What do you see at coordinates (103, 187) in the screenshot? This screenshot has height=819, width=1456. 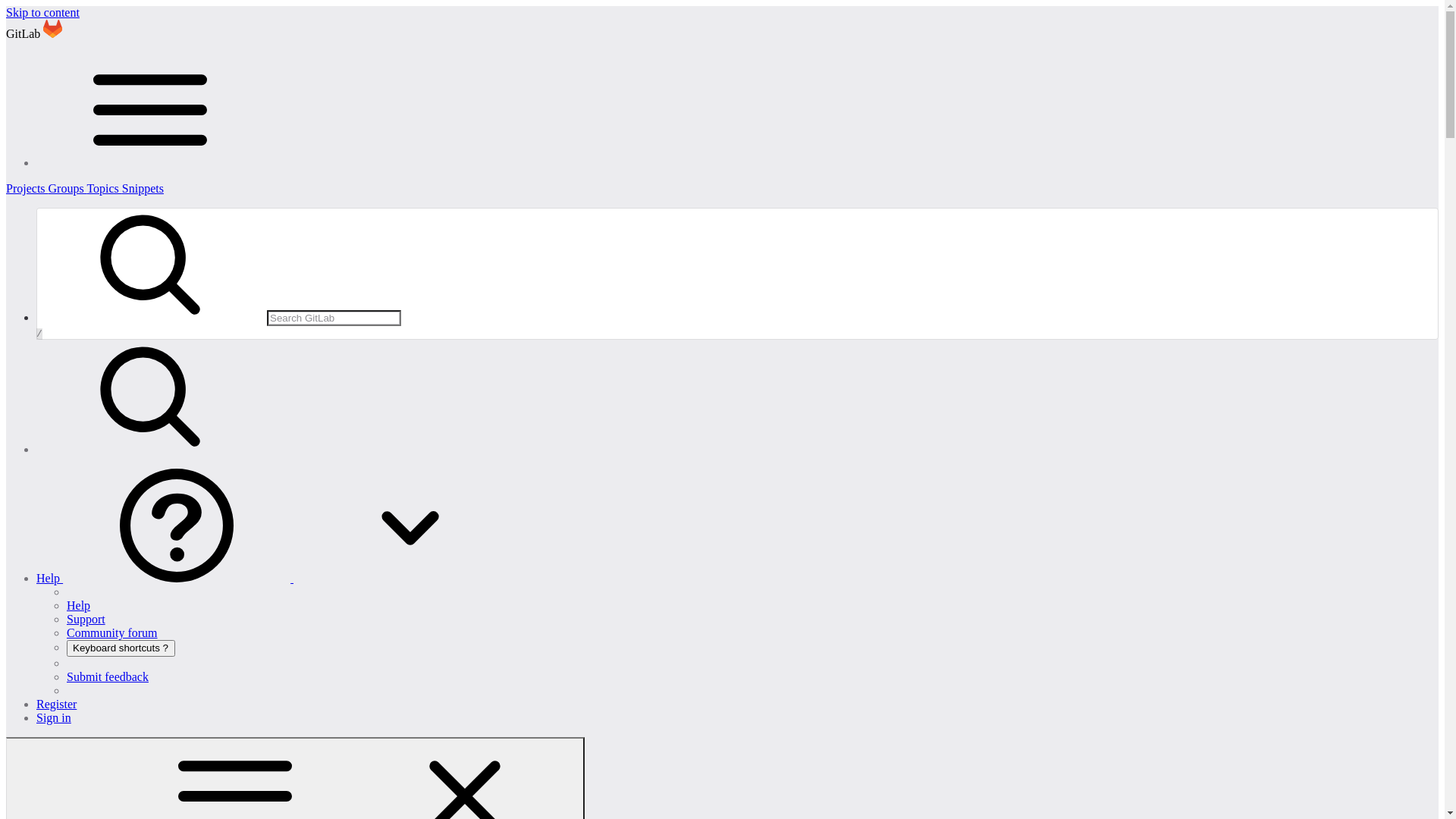 I see `'Topics'` at bounding box center [103, 187].